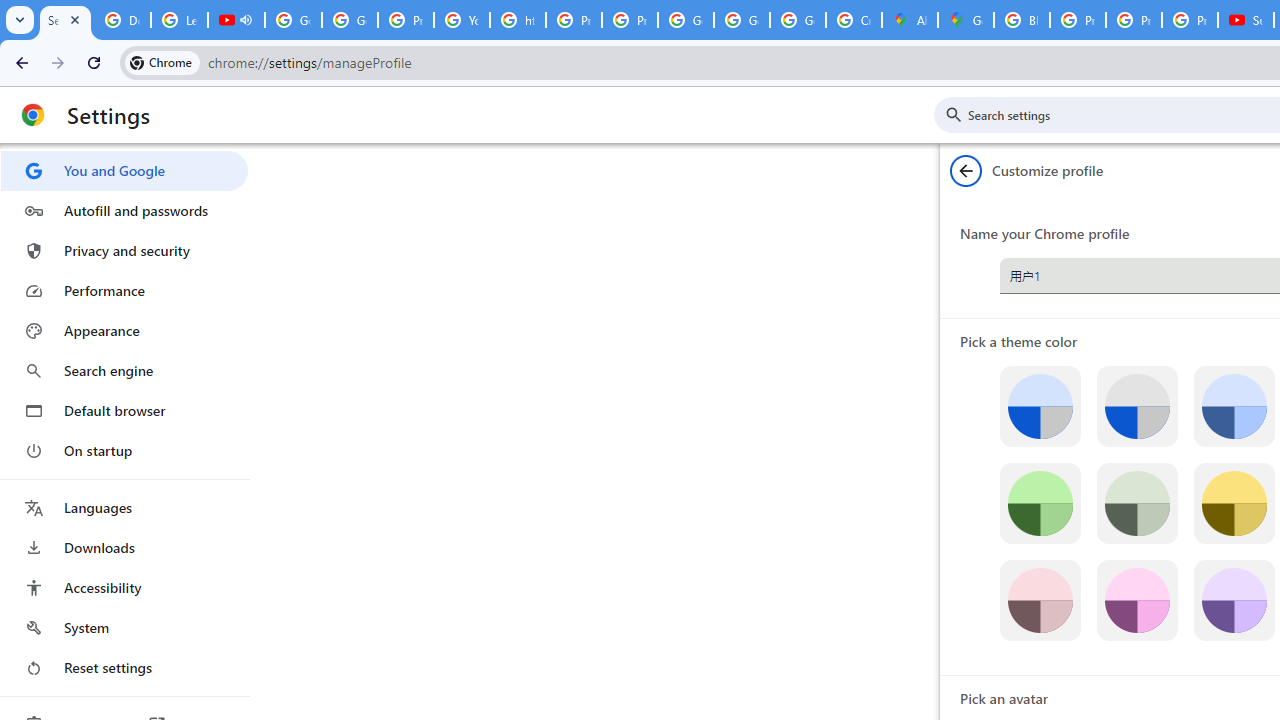 The height and width of the screenshot is (720, 1280). What do you see at coordinates (1022, 20) in the screenshot?
I see `'Blogger Policies and Guidelines - Transparency Center'` at bounding box center [1022, 20].